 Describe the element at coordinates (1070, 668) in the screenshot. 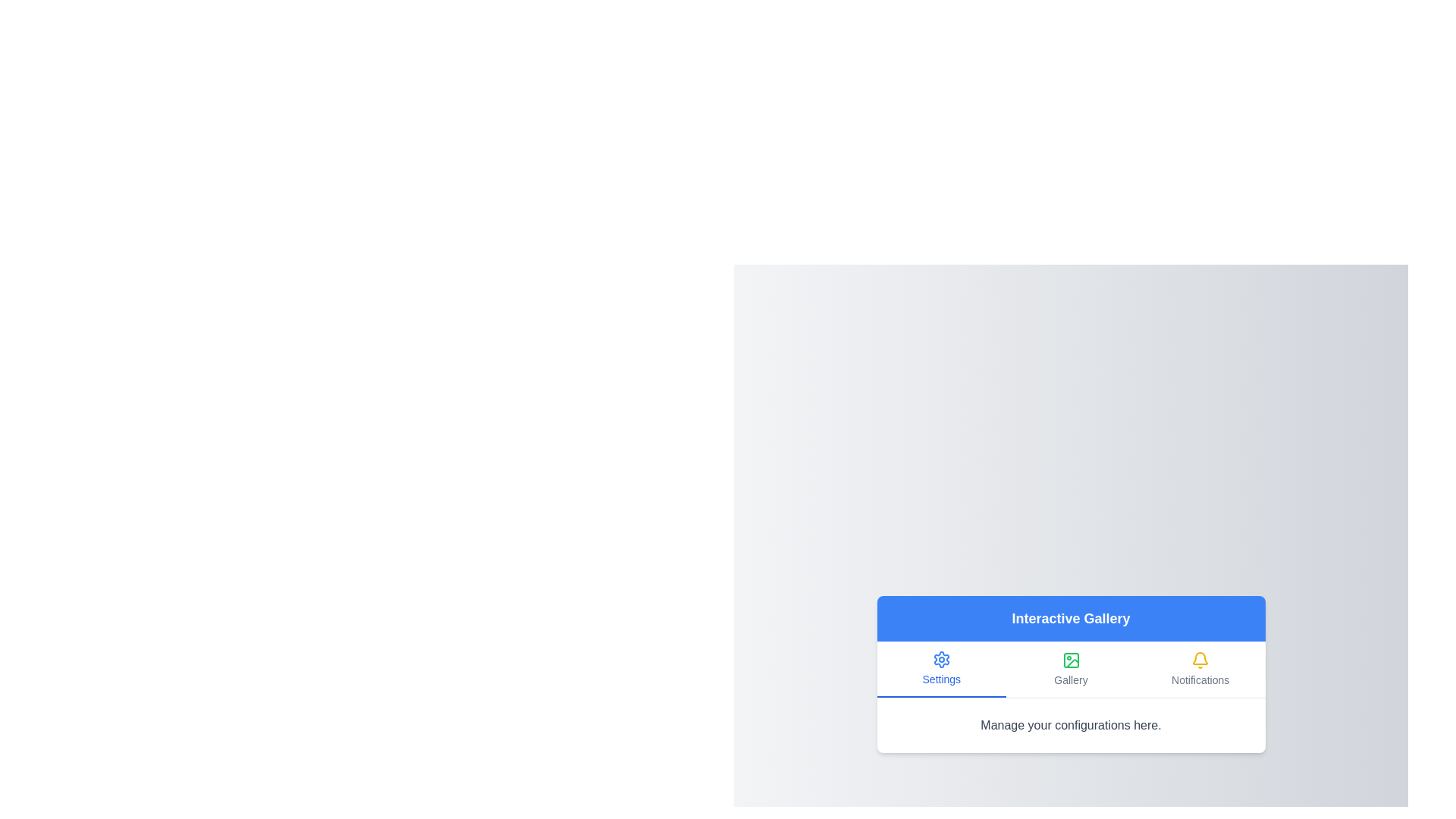

I see `the tab labeled Gallery` at that location.